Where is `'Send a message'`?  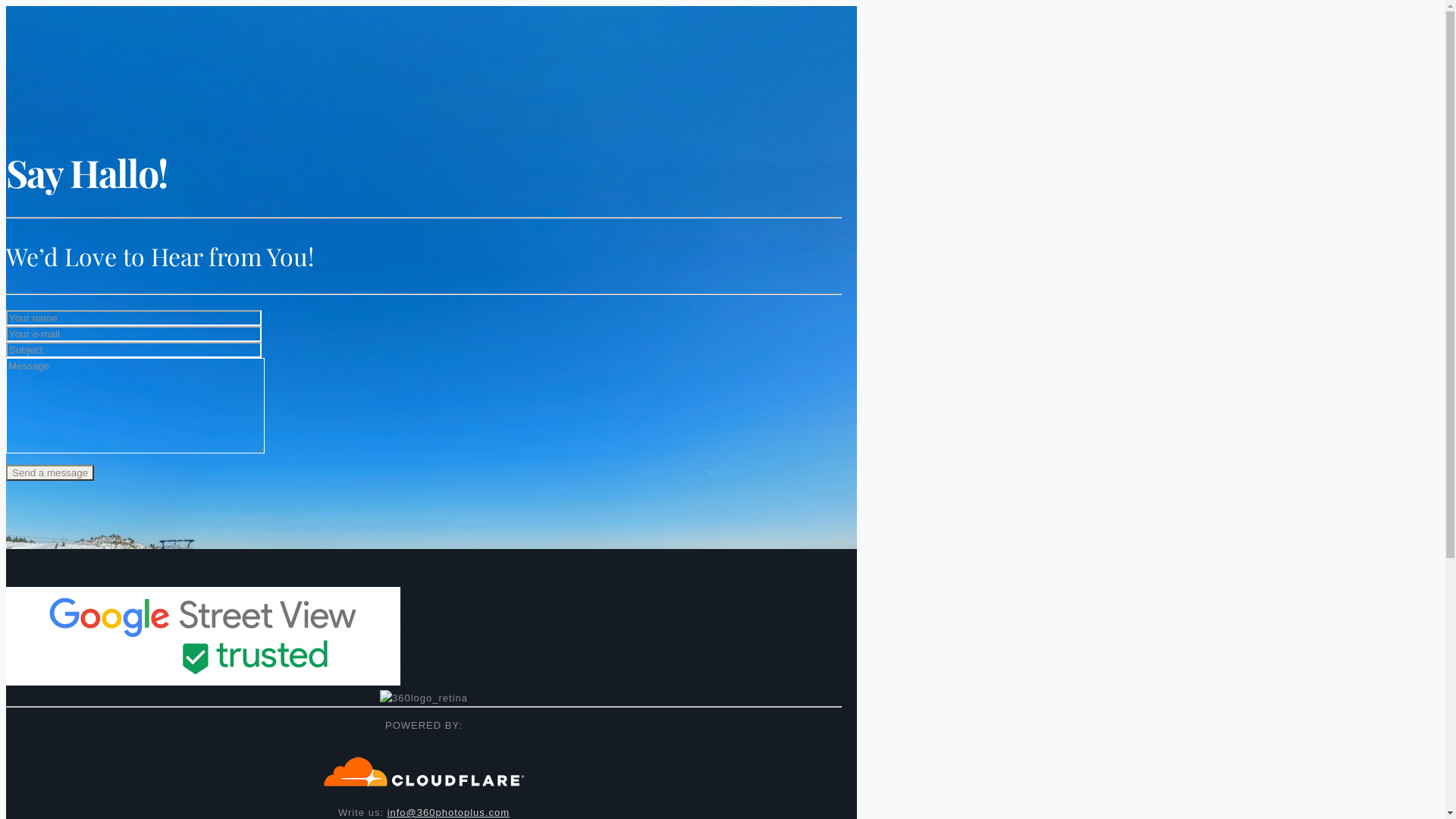 'Send a message' is located at coordinates (6, 472).